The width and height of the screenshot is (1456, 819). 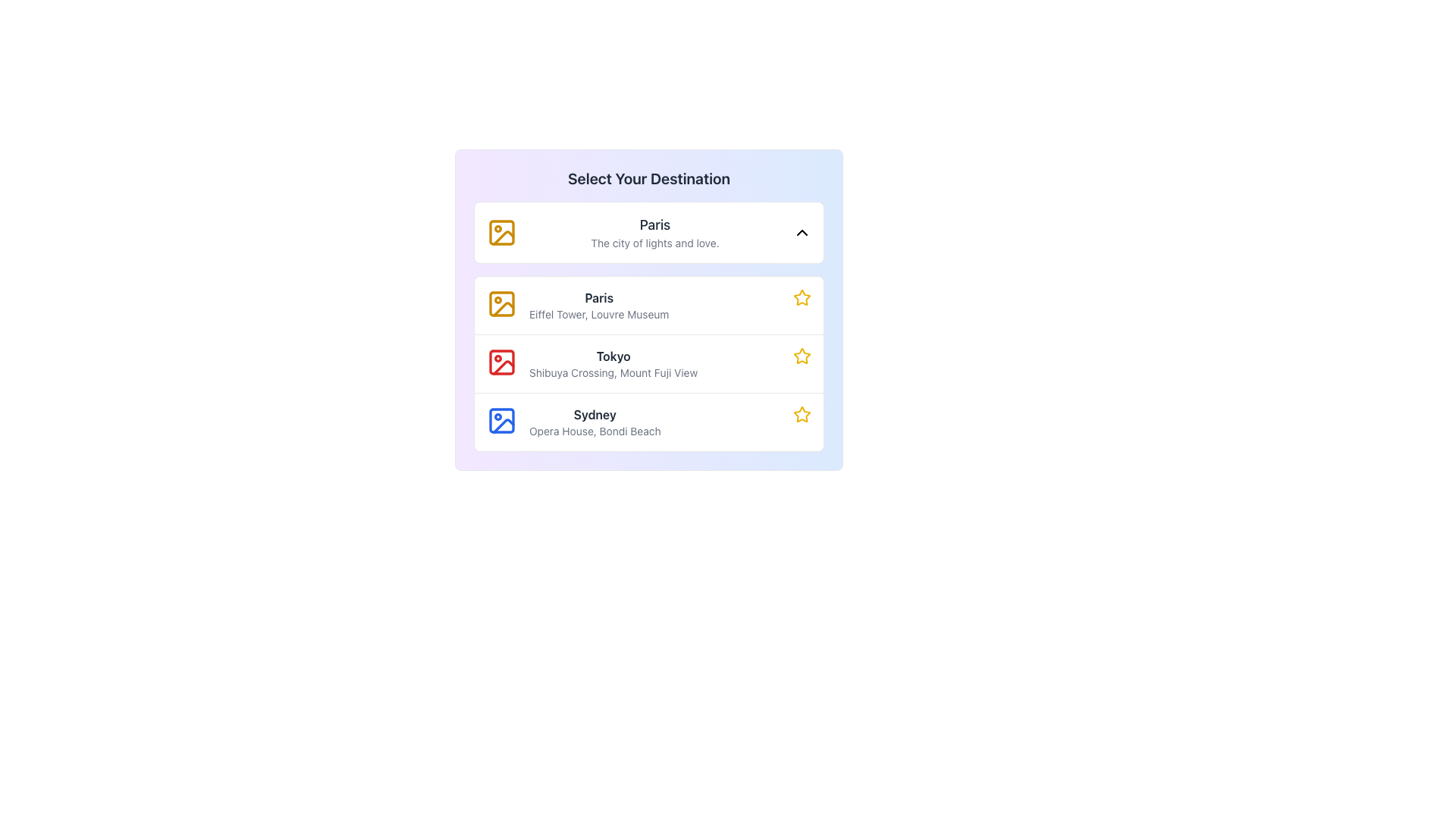 I want to click on the SVG Rectangle element representing a picture frame in the list item for 'Sydney', which has rounded corners and is styled in blue, so click(x=502, y=421).